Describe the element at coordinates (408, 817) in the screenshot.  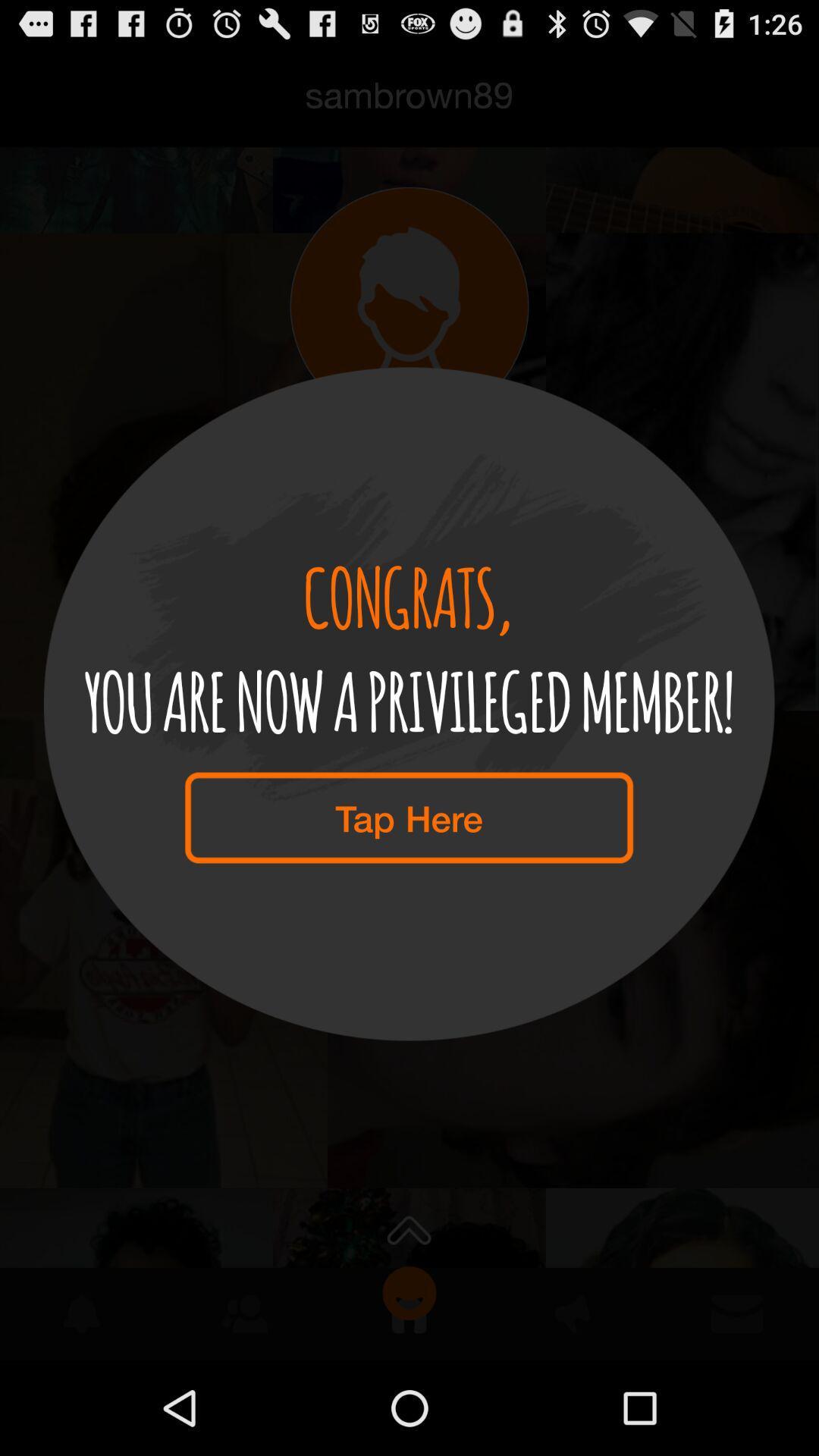
I see `the tap here item` at that location.